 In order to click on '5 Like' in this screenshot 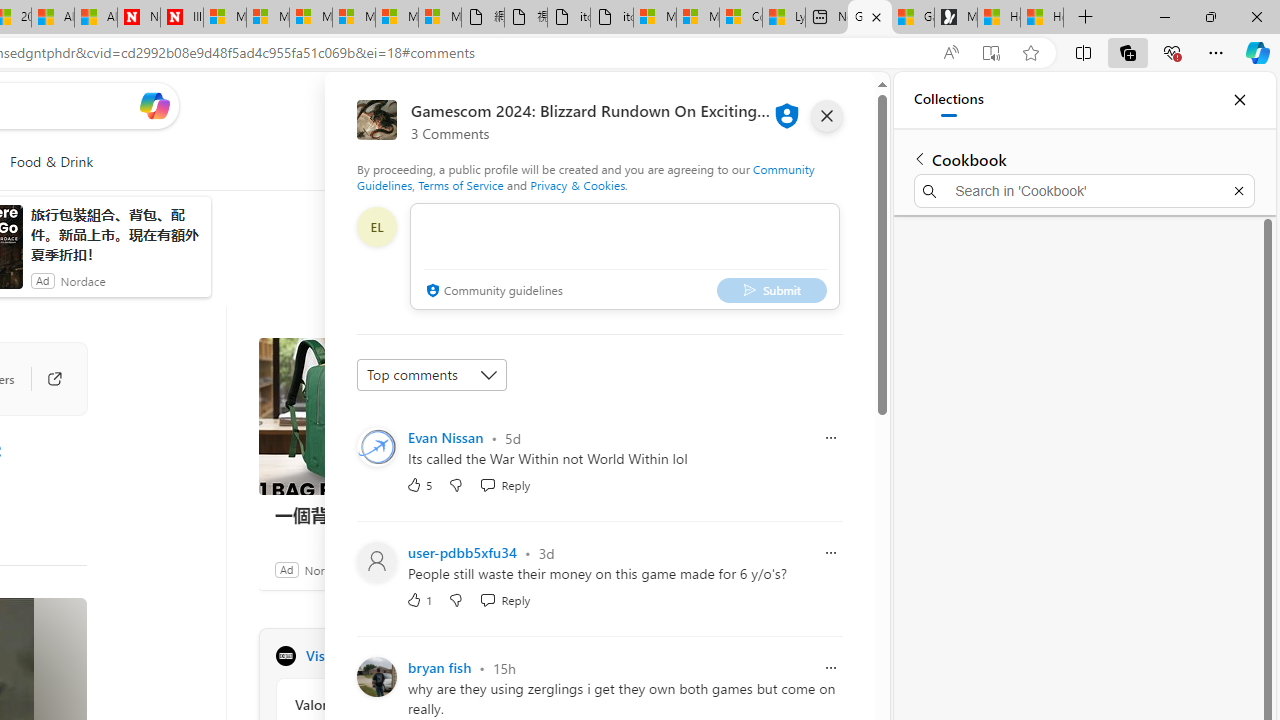, I will do `click(418, 484)`.